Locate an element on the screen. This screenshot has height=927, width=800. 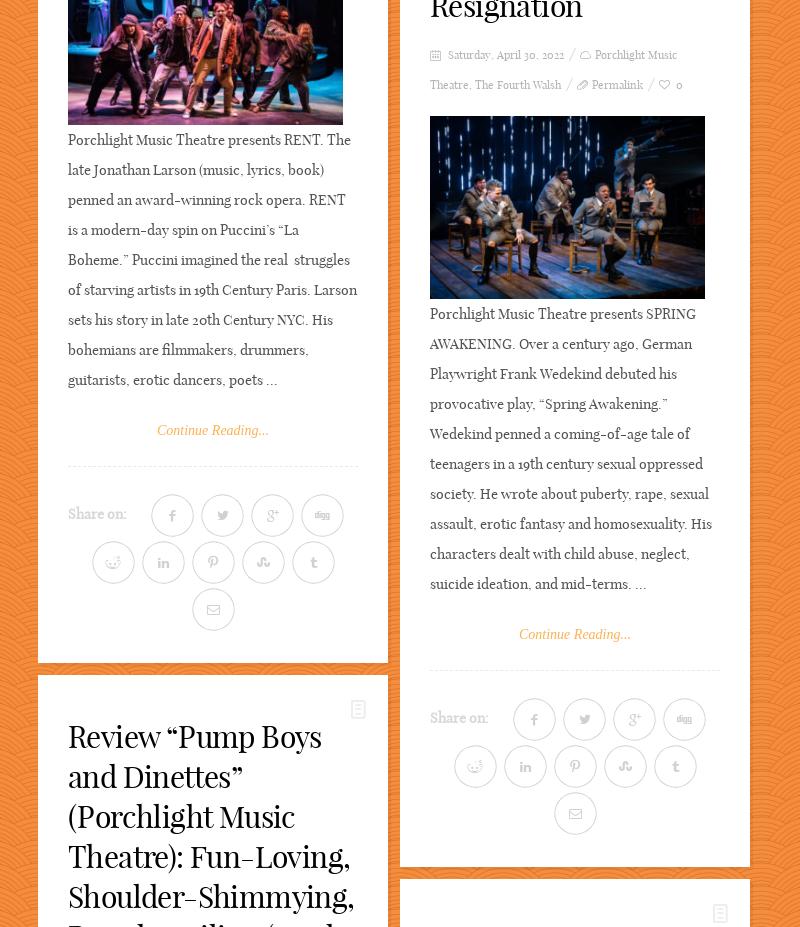
'Porchlight Music Theatre presents RENT.
The late Jonathan Larson (music, lyrics, book) penned an award-winning rock opera. RENT is a modern-day spin on Puccini’s “La Boheme.” Puccini imagined the real  struggles of starving artists in 19th Century Paris. Larson sets his story in late 20th Century NYC. His bohemians are filmmakers, drummers, guitarists, erotic dancers, poets ...' is located at coordinates (212, 260).